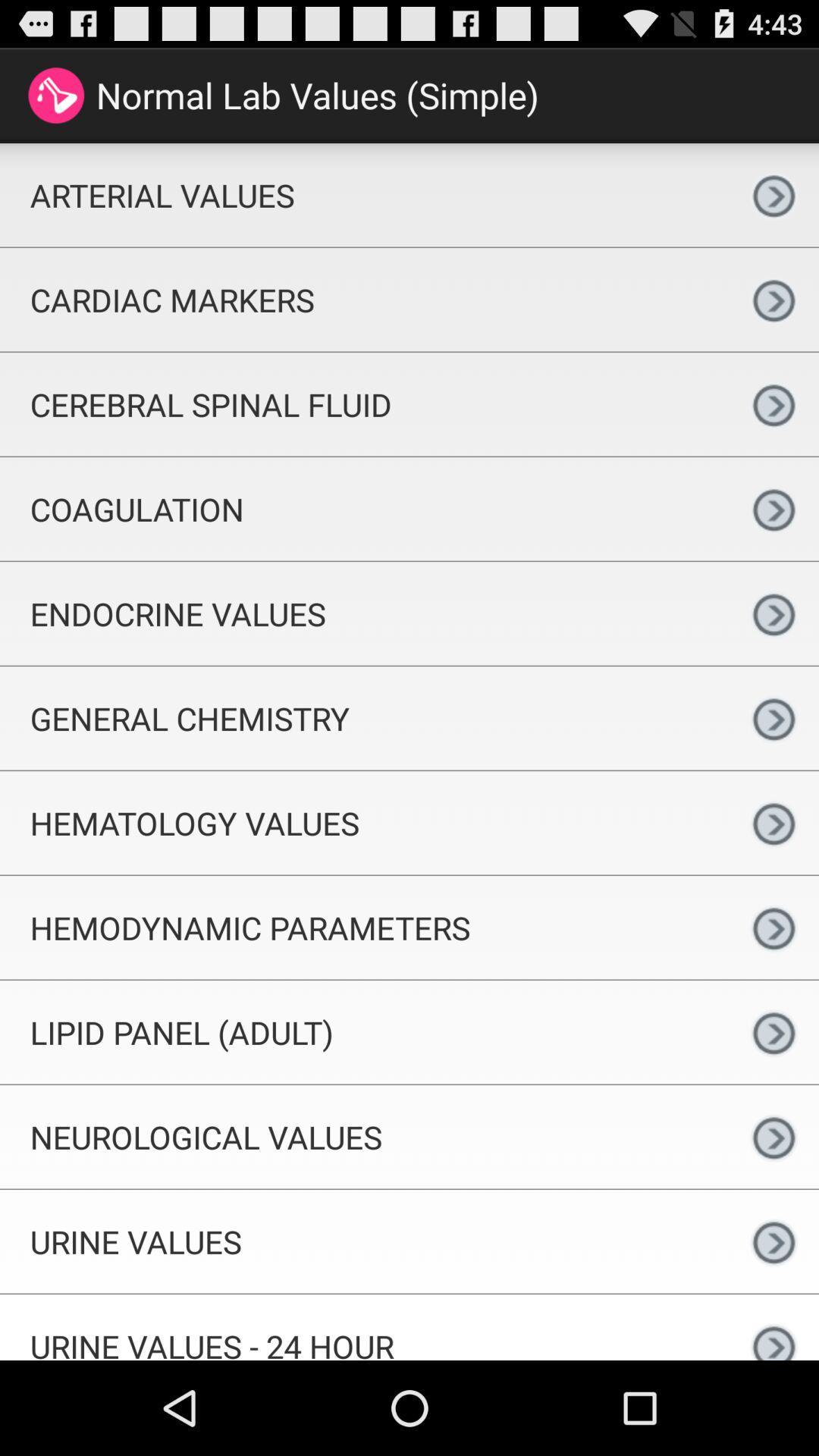  What do you see at coordinates (364, 1031) in the screenshot?
I see `the icon above neurological values app` at bounding box center [364, 1031].